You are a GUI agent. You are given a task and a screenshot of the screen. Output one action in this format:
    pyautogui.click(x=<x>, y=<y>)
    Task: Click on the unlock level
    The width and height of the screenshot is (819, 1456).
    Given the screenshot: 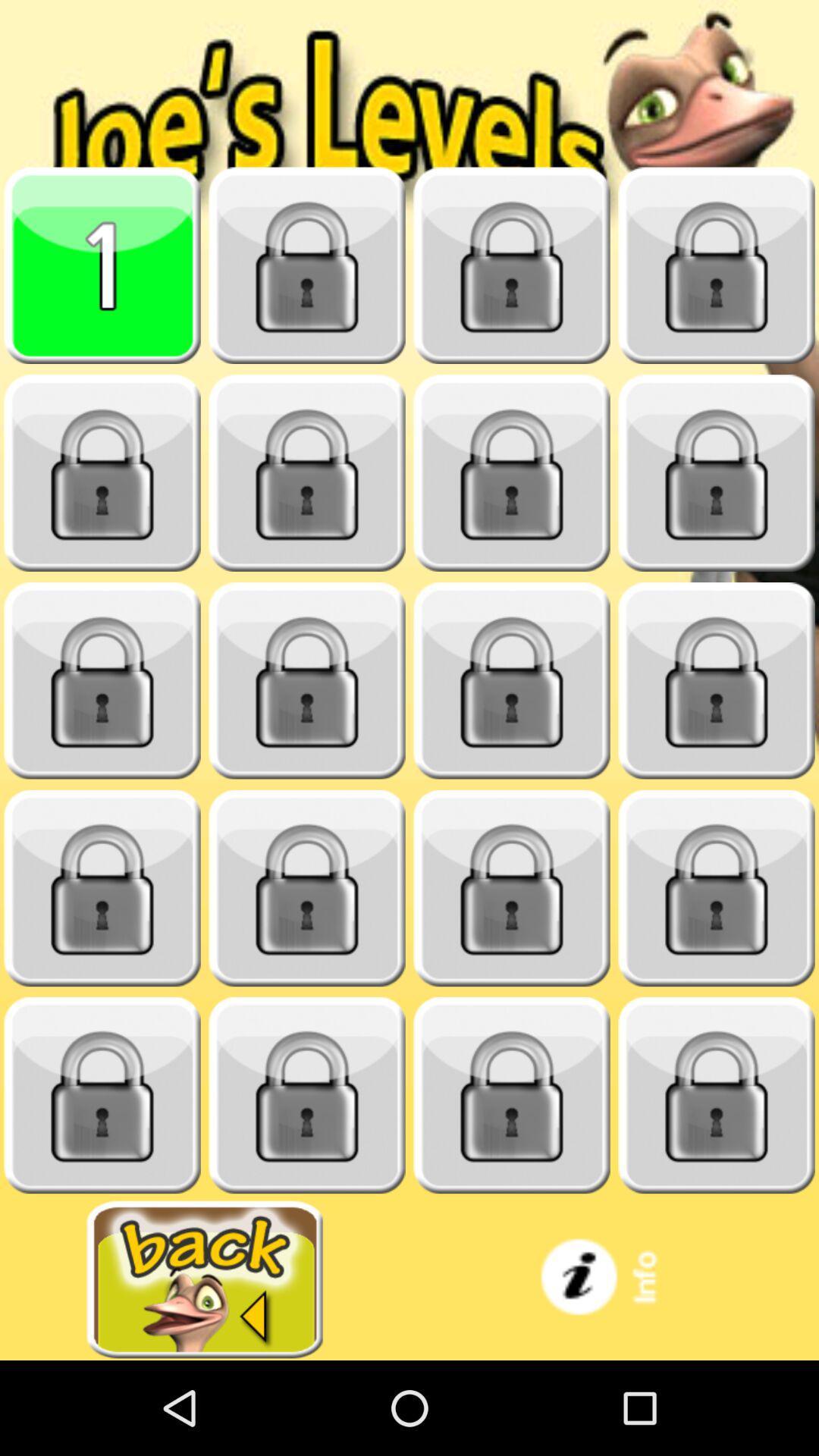 What is the action you would take?
    pyautogui.click(x=102, y=1095)
    